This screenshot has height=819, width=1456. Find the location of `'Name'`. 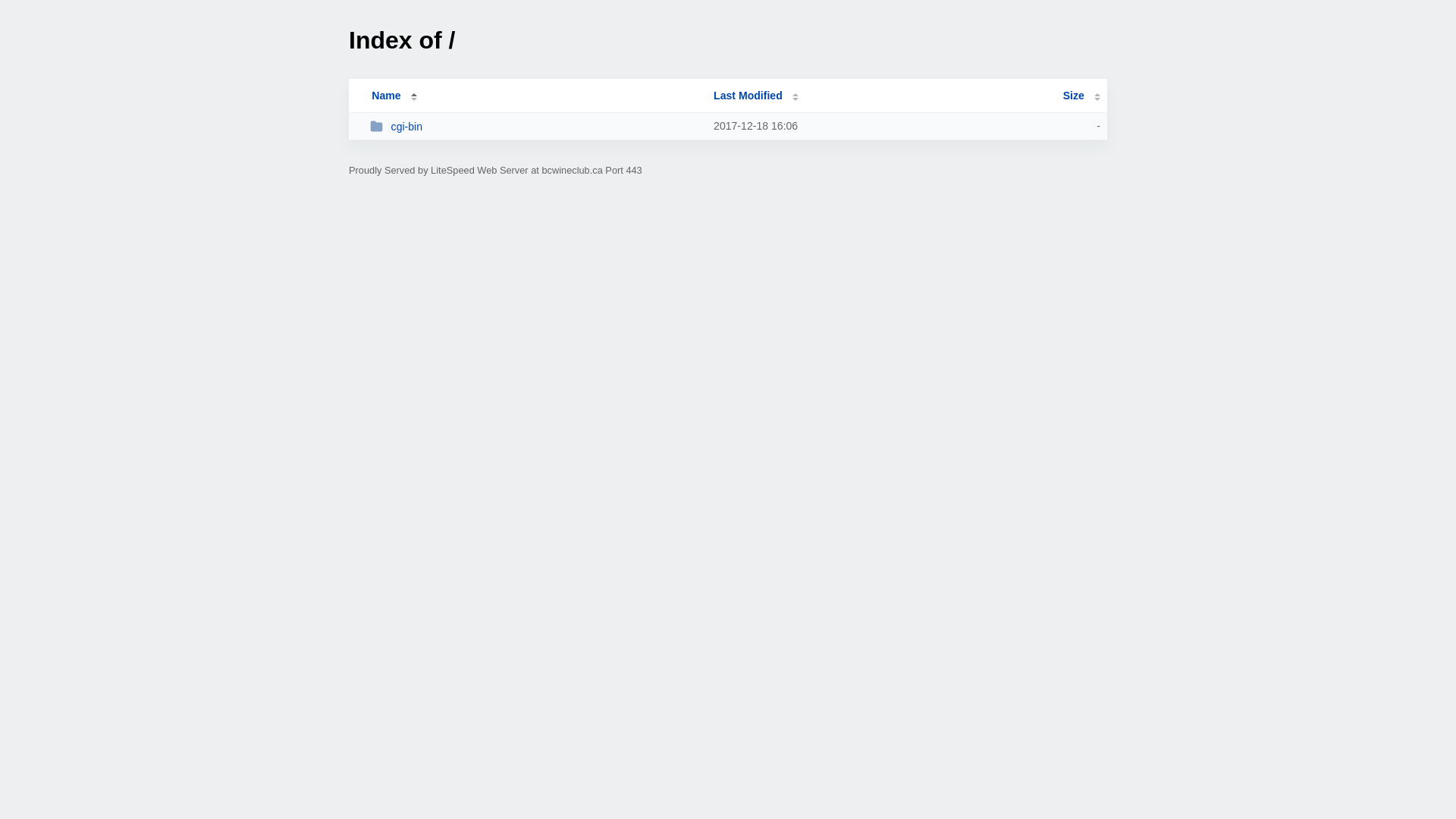

'Name' is located at coordinates (385, 96).